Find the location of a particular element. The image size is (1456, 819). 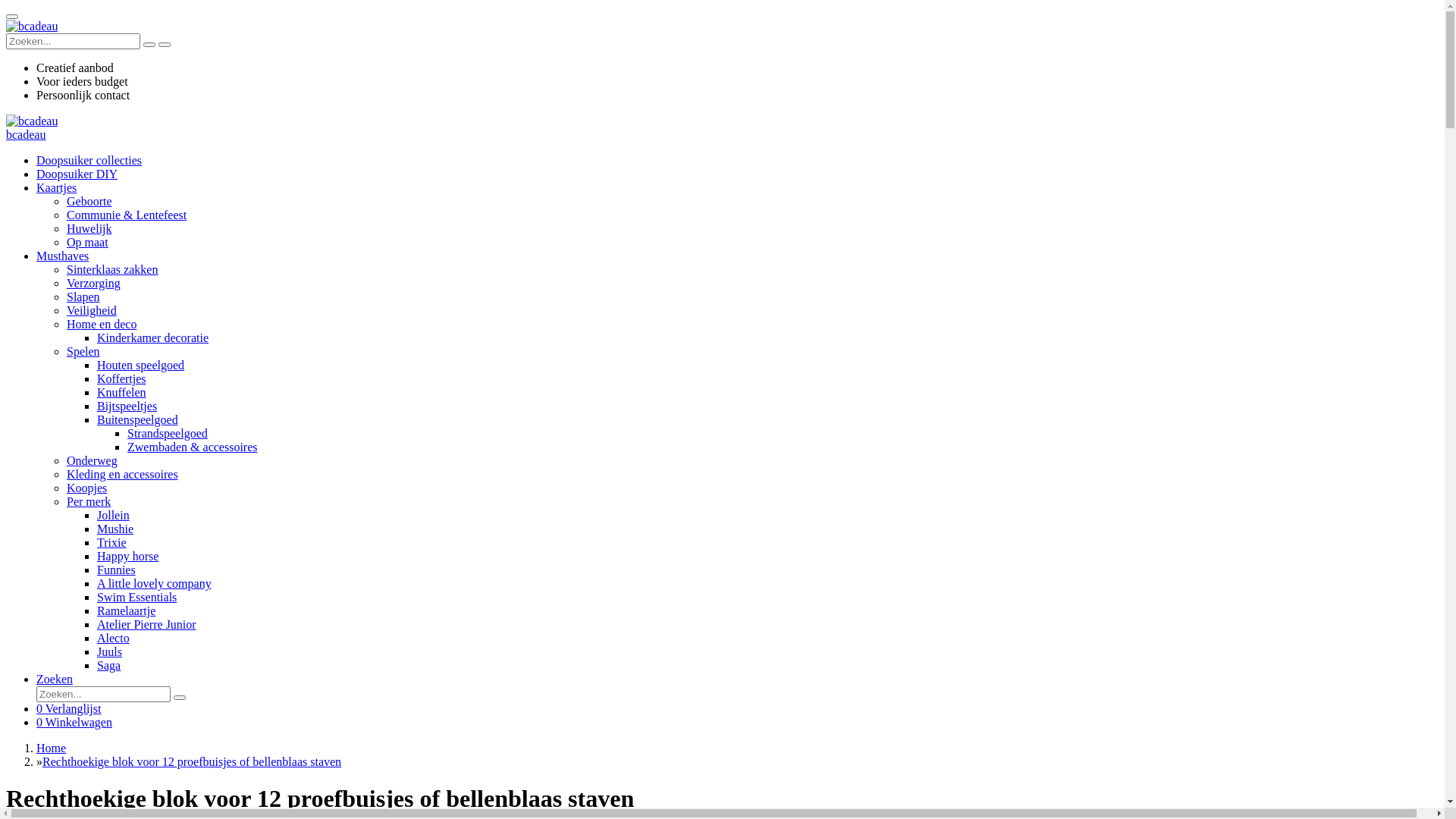

'bcadeau' is located at coordinates (25, 133).